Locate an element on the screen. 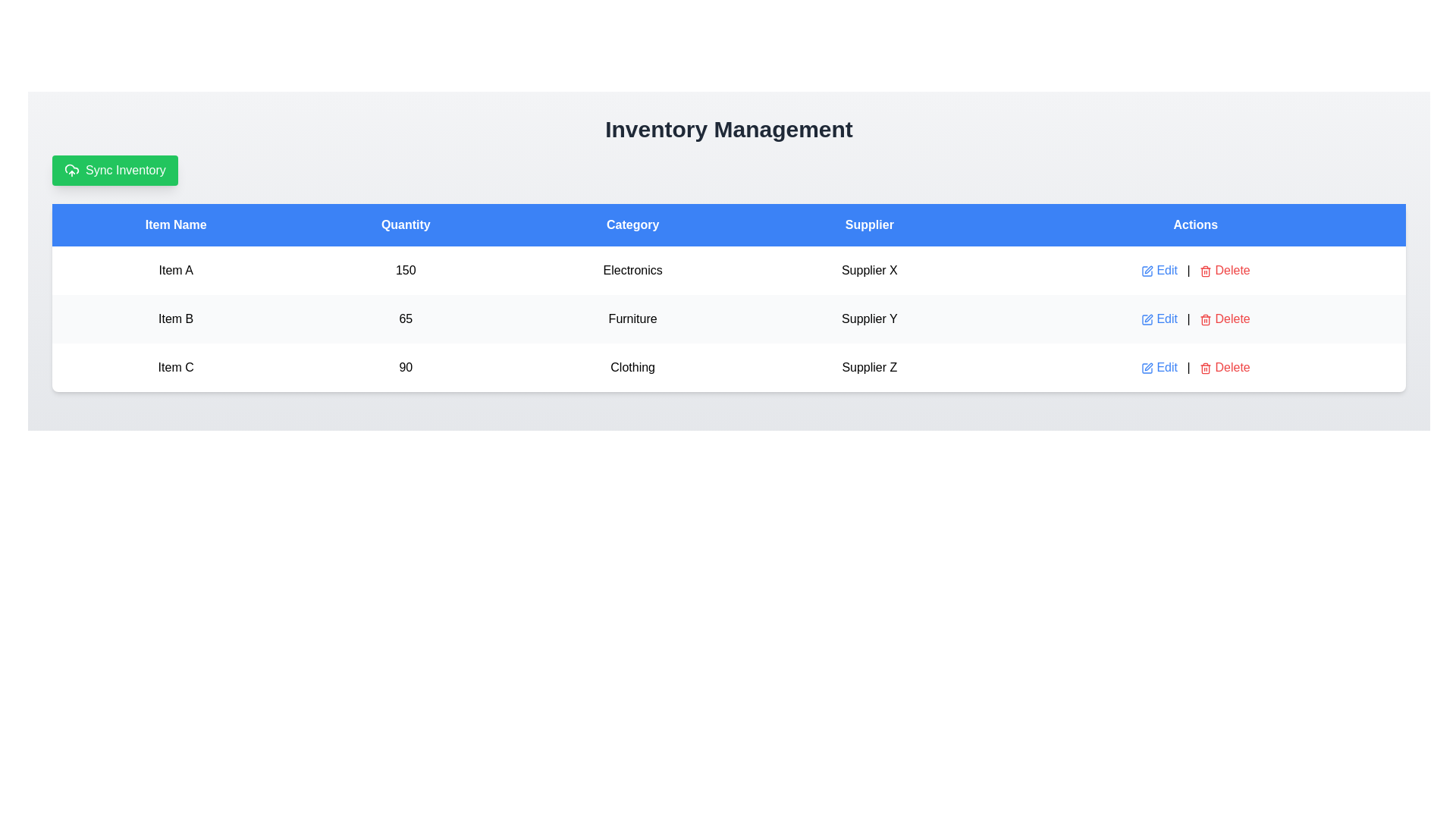  the delete icon button located in the 'Actions' column of the table row for 'Item C' to initiate the delete action is located at coordinates (1205, 368).